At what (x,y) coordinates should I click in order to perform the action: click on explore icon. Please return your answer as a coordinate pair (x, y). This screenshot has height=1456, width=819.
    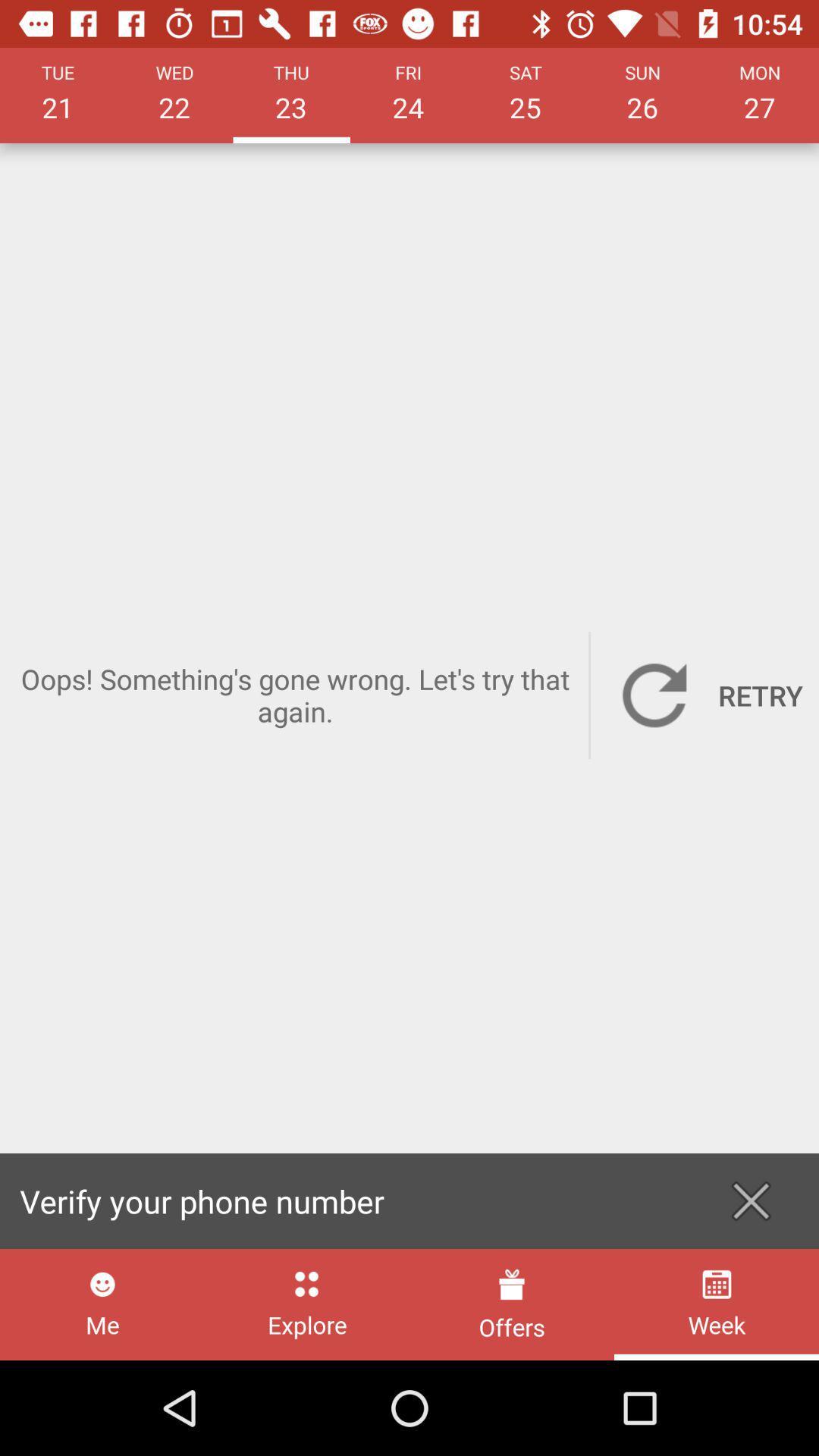
    Looking at the image, I should click on (307, 1304).